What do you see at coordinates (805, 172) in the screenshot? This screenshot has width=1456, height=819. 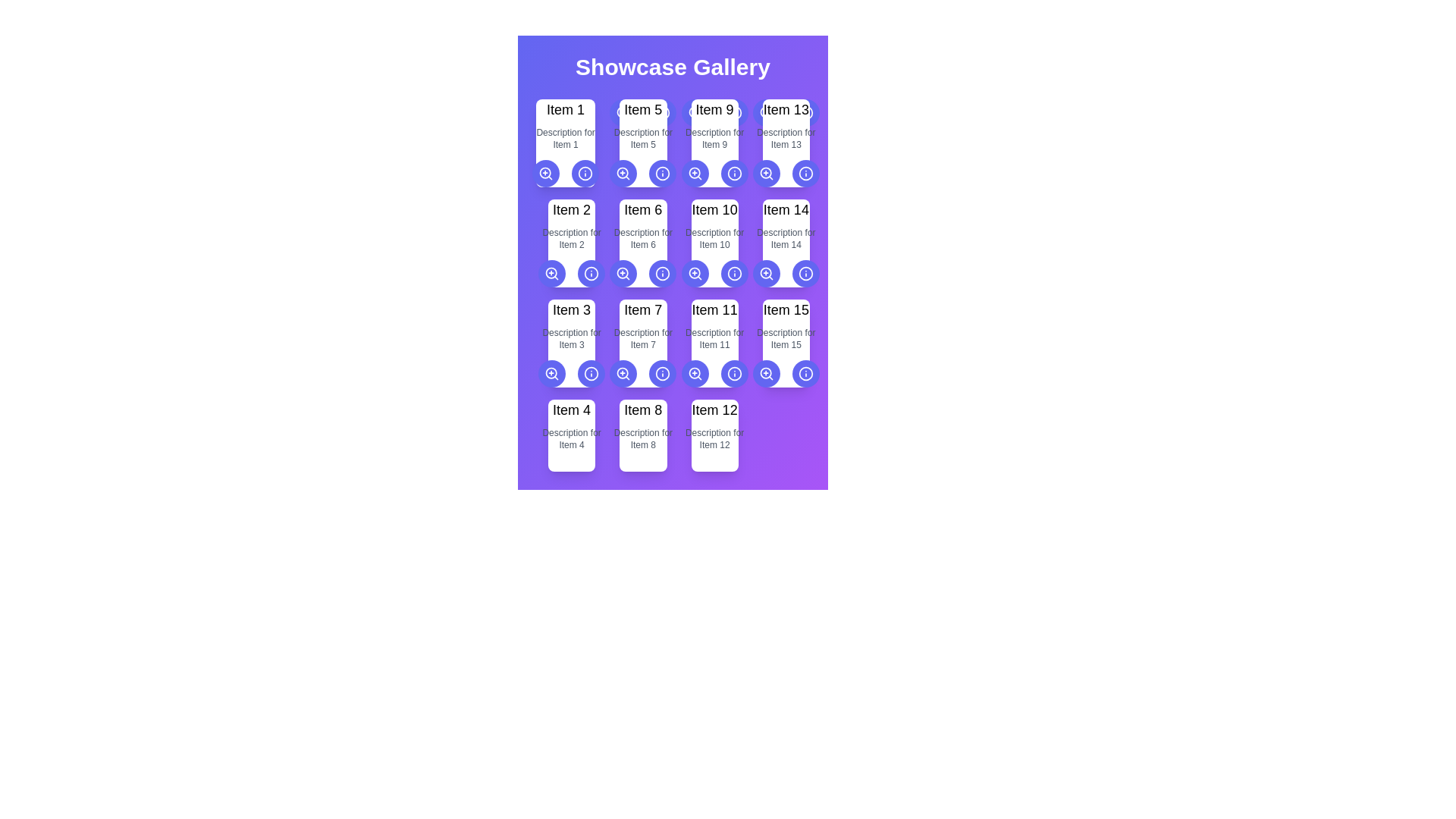 I see `the information icon button located in the top-right quadrant of the interface, specifically in the fourth column of the first row of items` at bounding box center [805, 172].